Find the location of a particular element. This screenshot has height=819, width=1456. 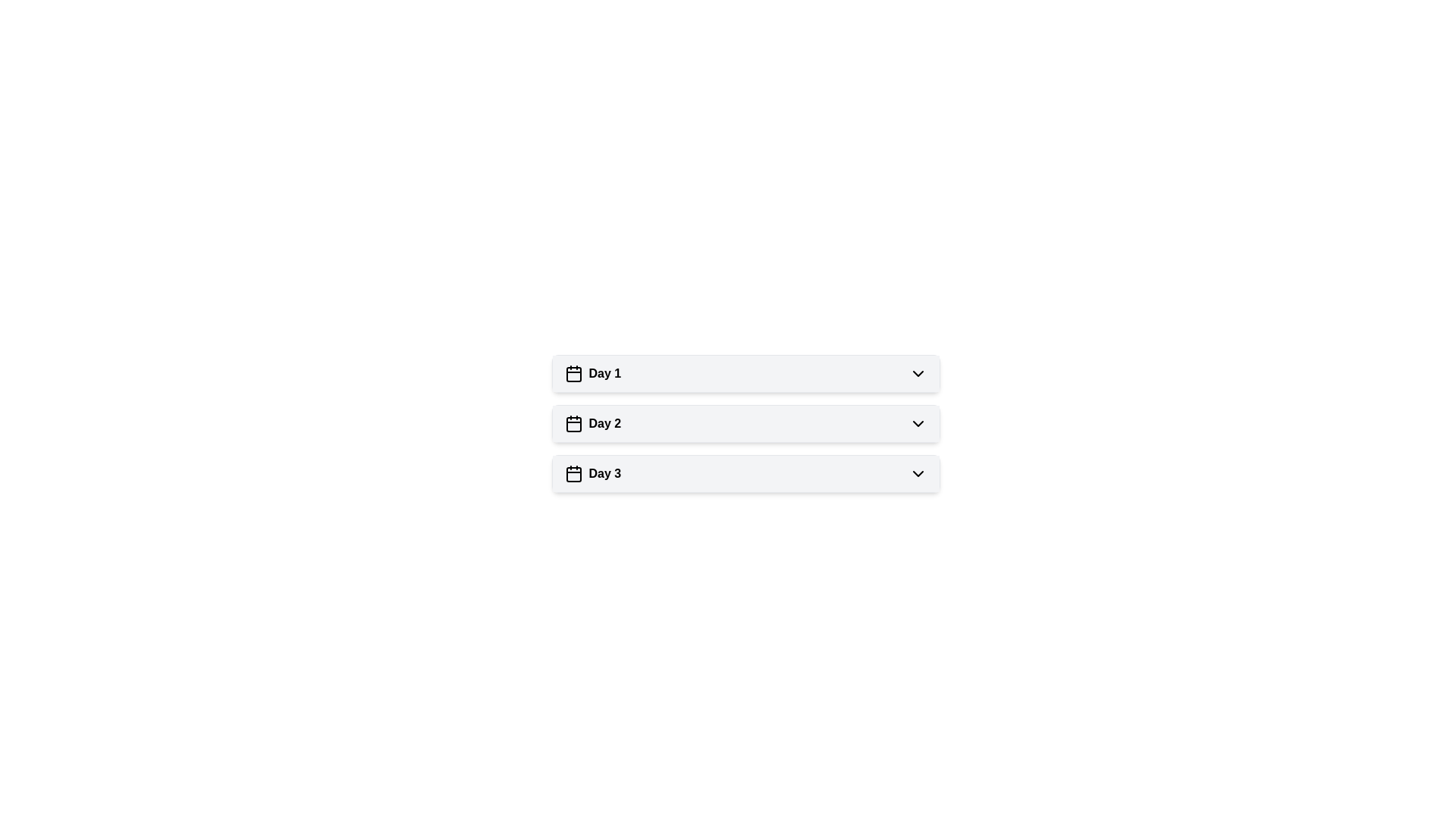

text content of the text label displaying 'Day 3' in bold, black font, located in the third entry of a vertically arranged list, with a calendar icon to its left and a dropdown arrow to its right is located at coordinates (604, 472).